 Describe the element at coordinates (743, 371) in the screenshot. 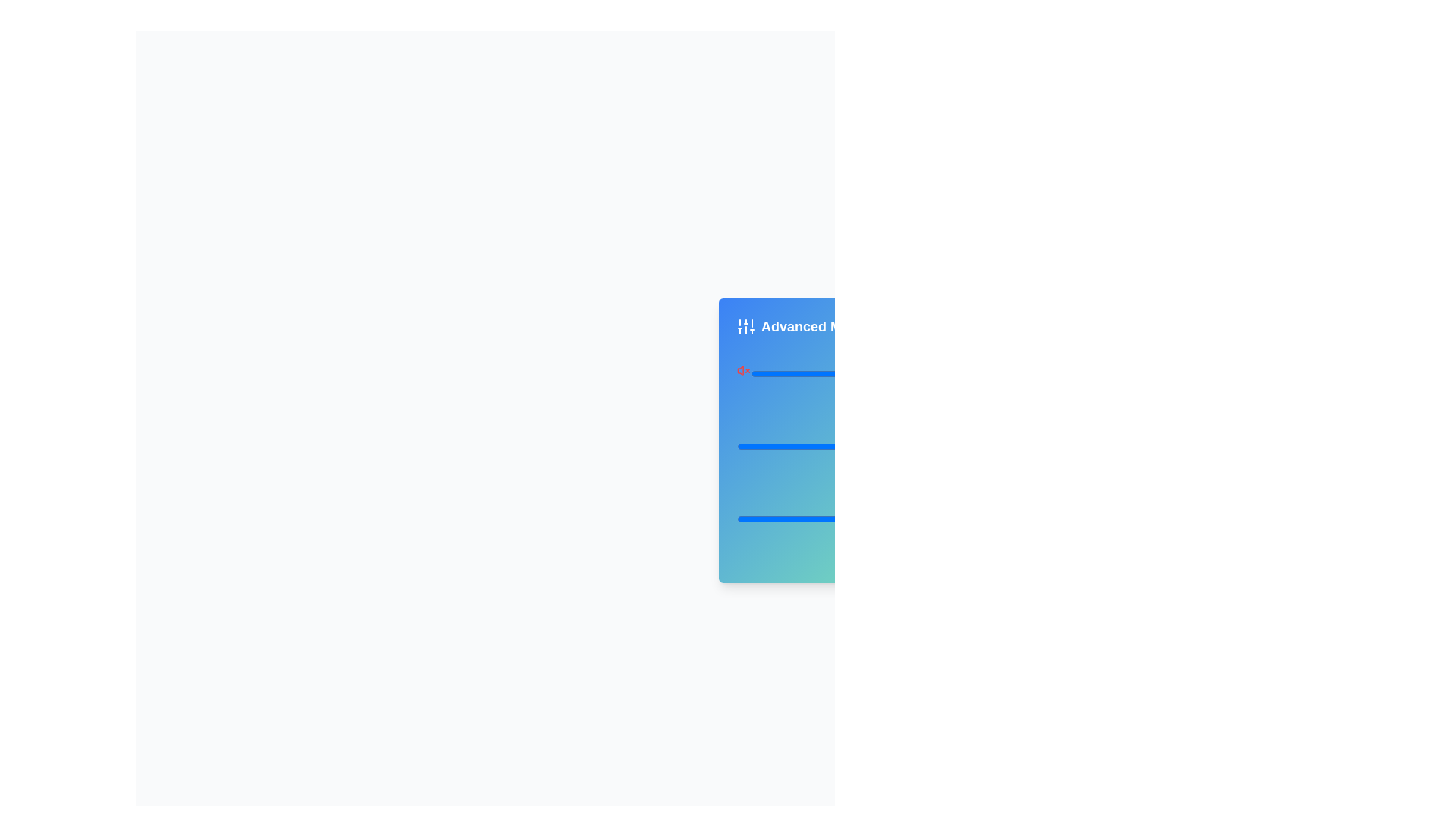

I see `the red mute icon button that resembles a speaker with an 'x', located to the left of a slider control and other icons` at that location.